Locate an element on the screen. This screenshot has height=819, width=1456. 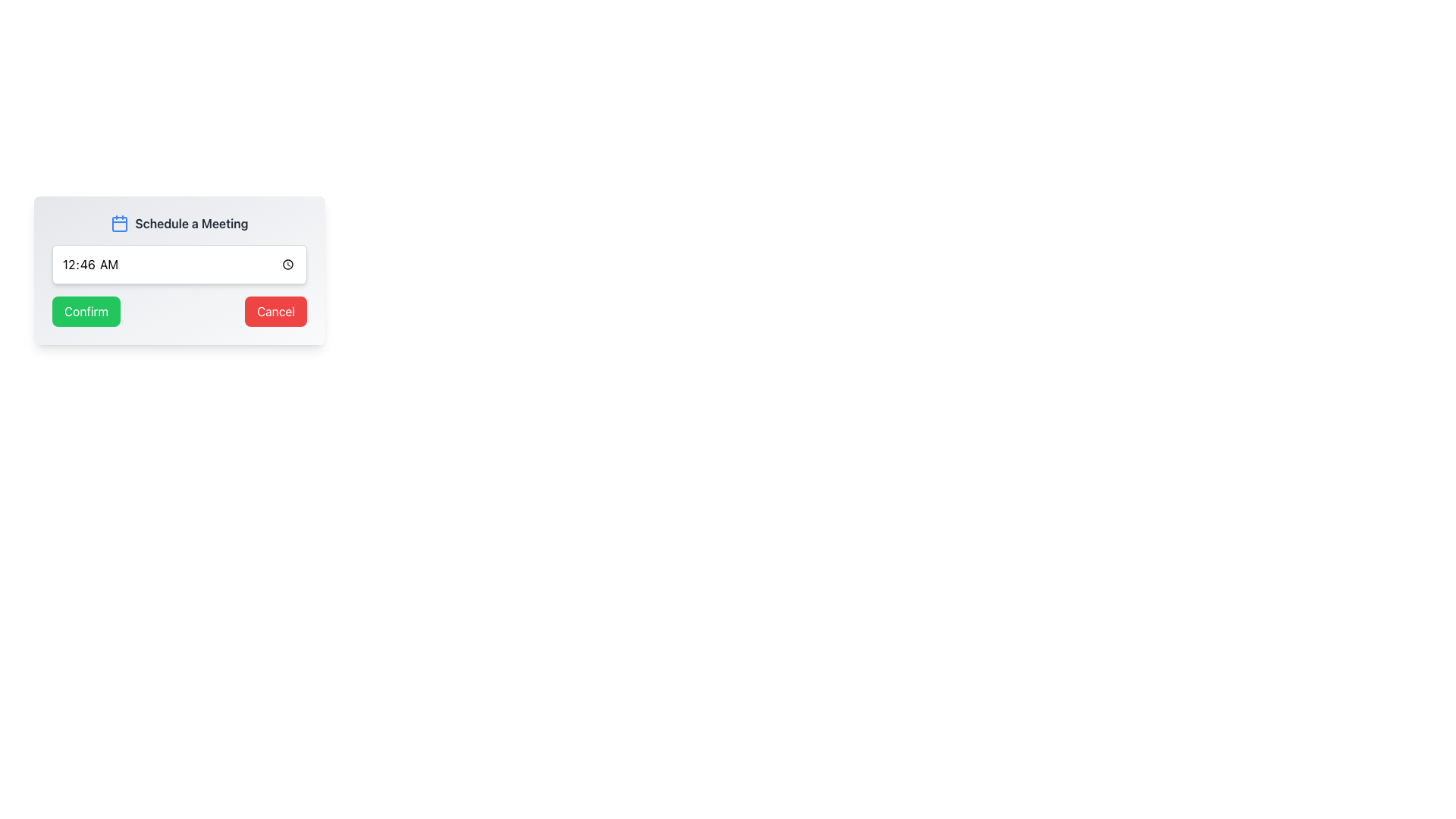
the calendar icon located at the top-left corner of the section containing the text 'Schedule a Meeting' is located at coordinates (119, 223).